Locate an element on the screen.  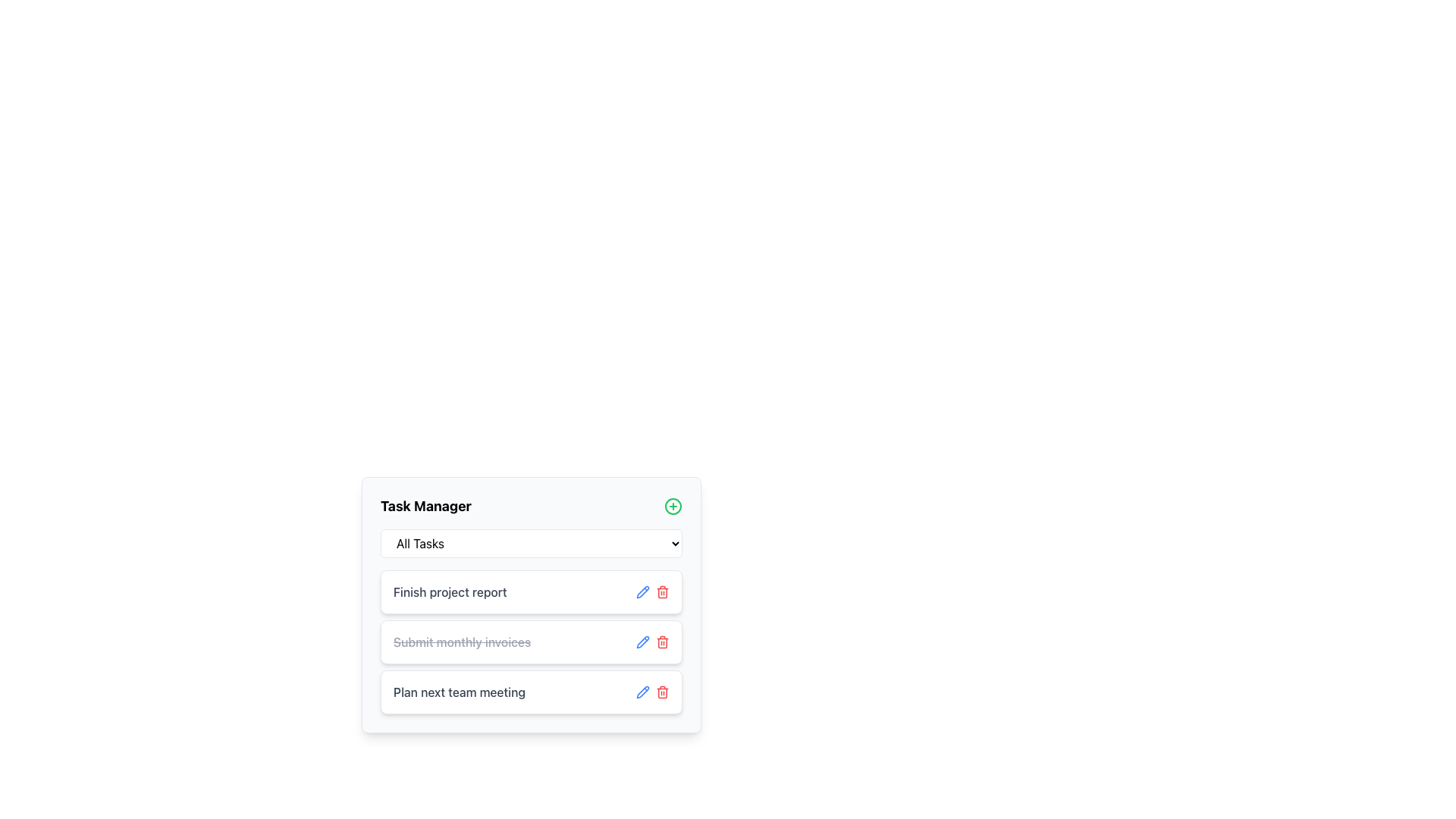
the edit icon located to the right of the 'Submit monthly invoices' task text, which is the second edit icon in the sequence, to initiate edit mode is located at coordinates (643, 642).